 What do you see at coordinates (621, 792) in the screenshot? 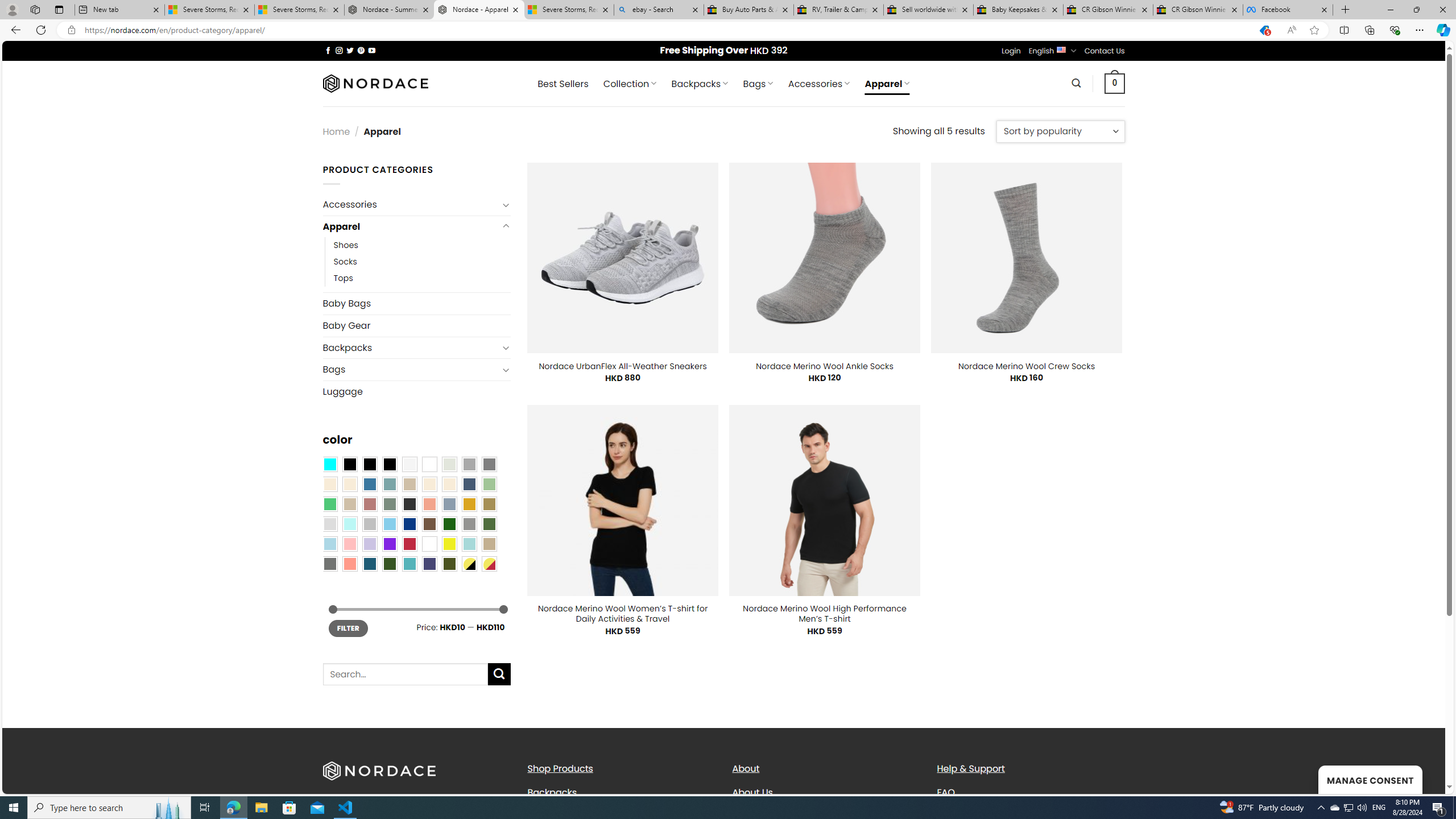
I see `'Backpacks'` at bounding box center [621, 792].